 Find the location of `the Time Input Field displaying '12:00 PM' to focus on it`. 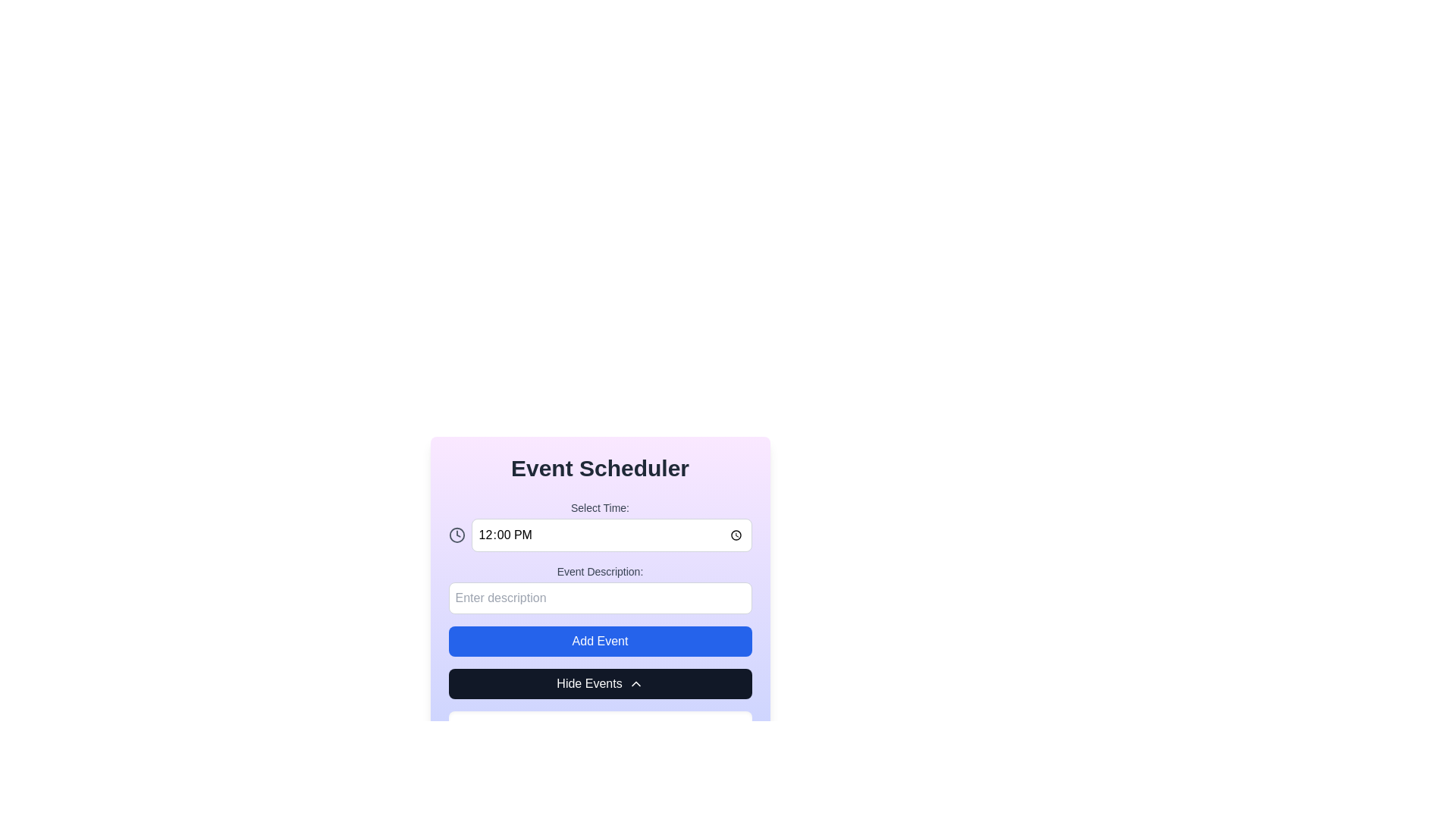

the Time Input Field displaying '12:00 PM' to focus on it is located at coordinates (611, 534).